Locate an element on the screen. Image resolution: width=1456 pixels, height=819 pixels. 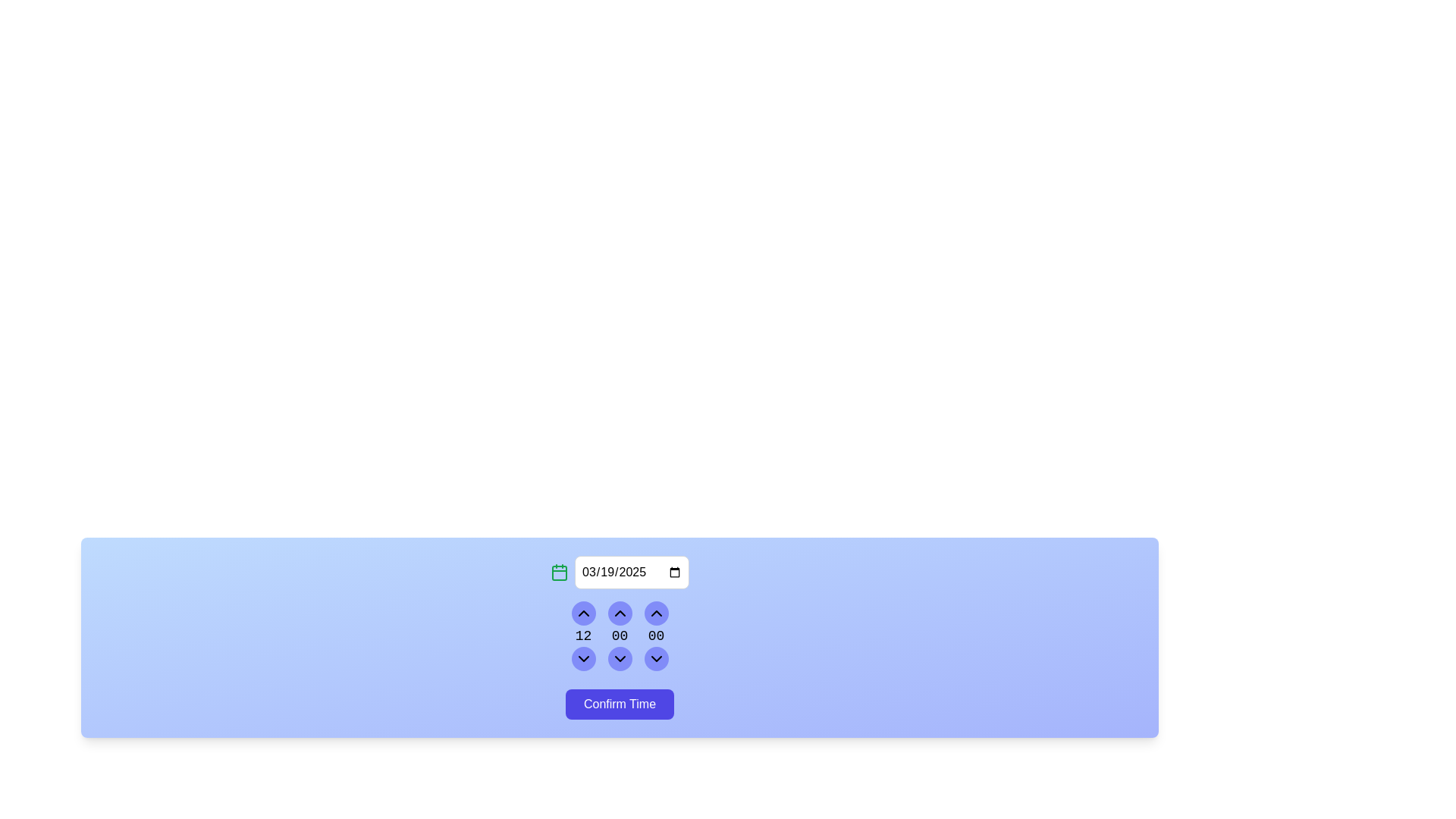
the chevron-up icon button within the circular gradient background to observe visual feedback is located at coordinates (582, 613).